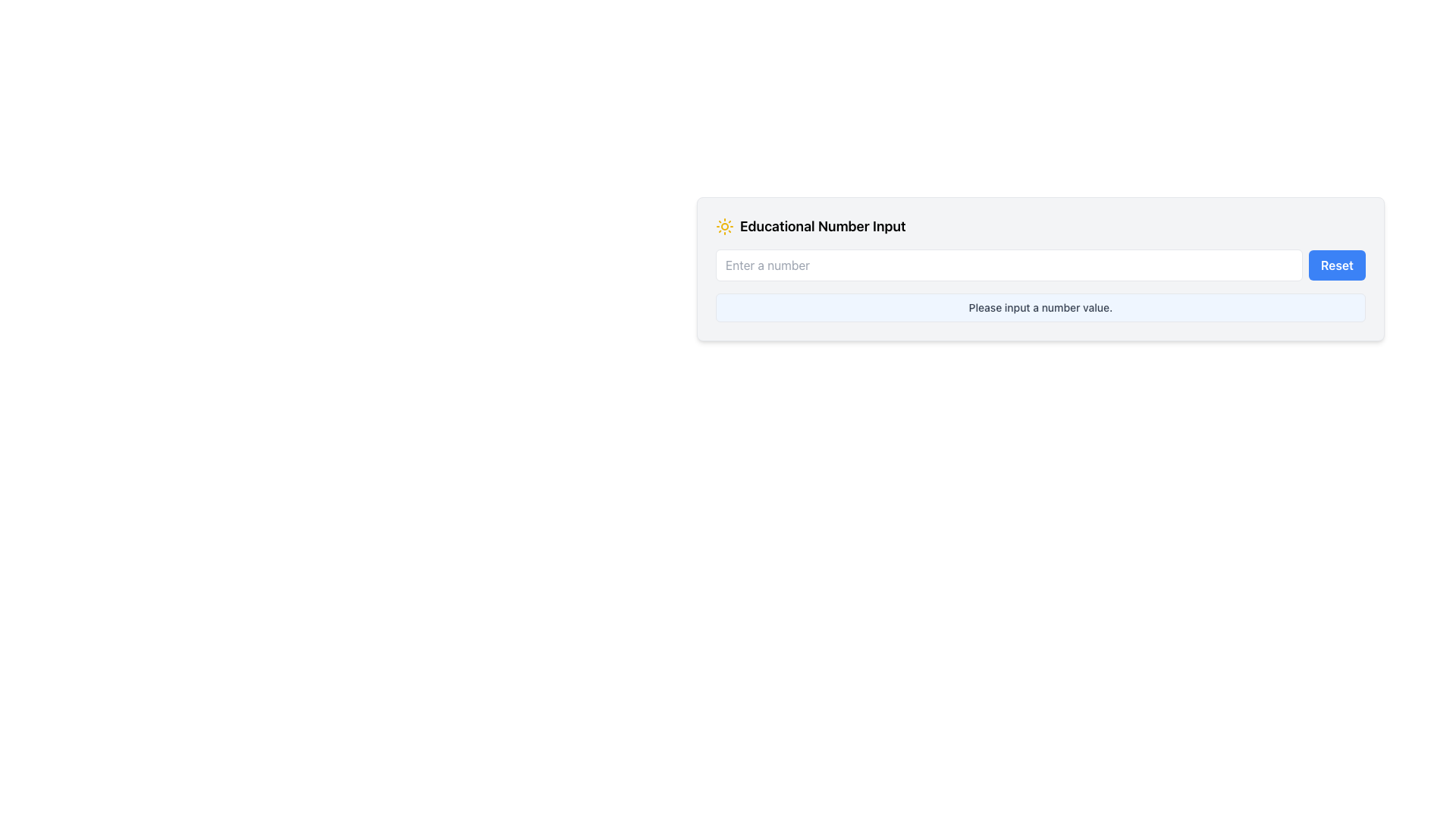 The width and height of the screenshot is (1456, 819). I want to click on the Text label that serves as a heading for the adjacent input field, located near the top center of the interface, following a yellow sun icon and above an input box, so click(822, 227).